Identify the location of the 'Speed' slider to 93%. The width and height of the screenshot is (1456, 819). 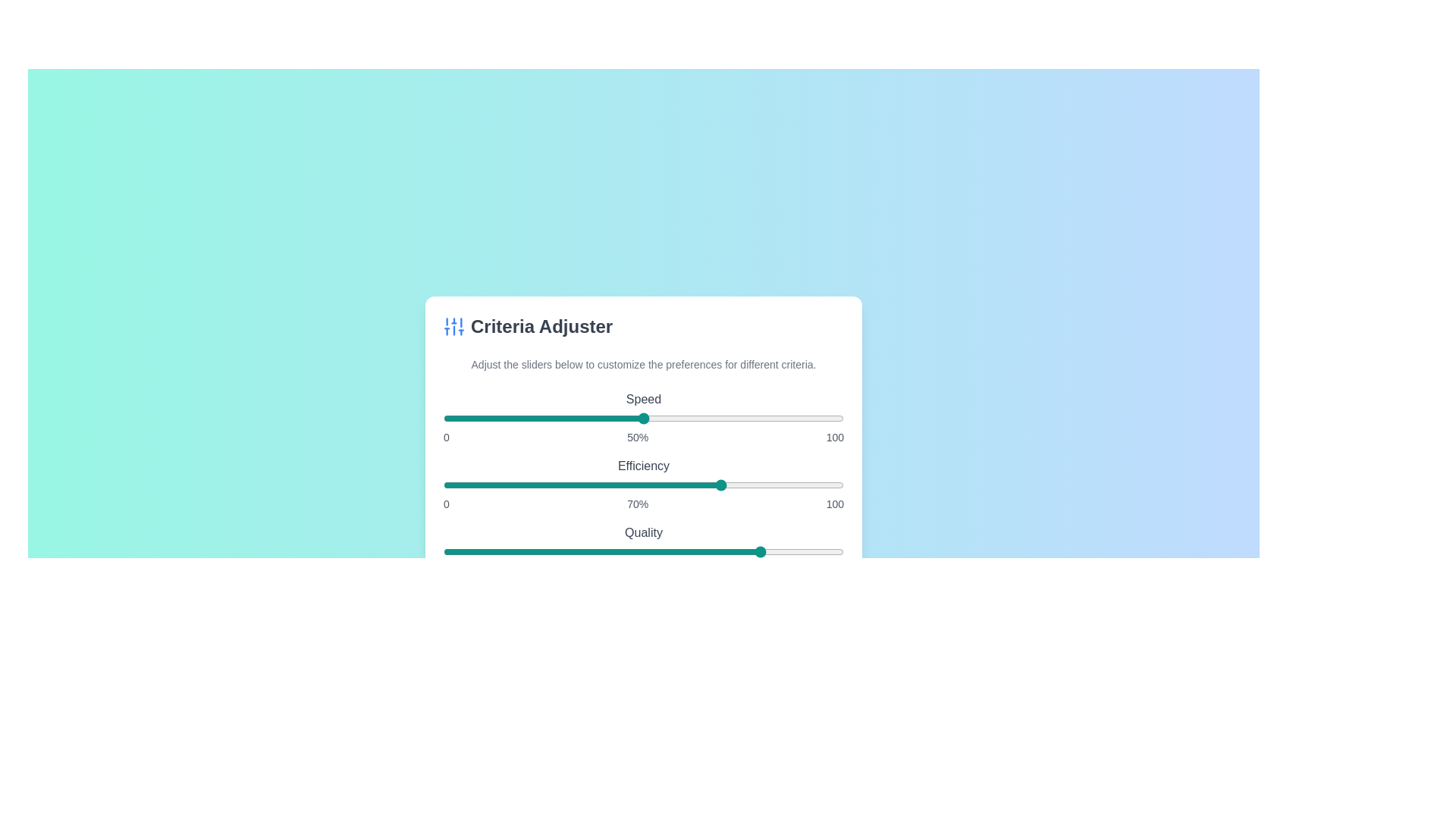
(814, 418).